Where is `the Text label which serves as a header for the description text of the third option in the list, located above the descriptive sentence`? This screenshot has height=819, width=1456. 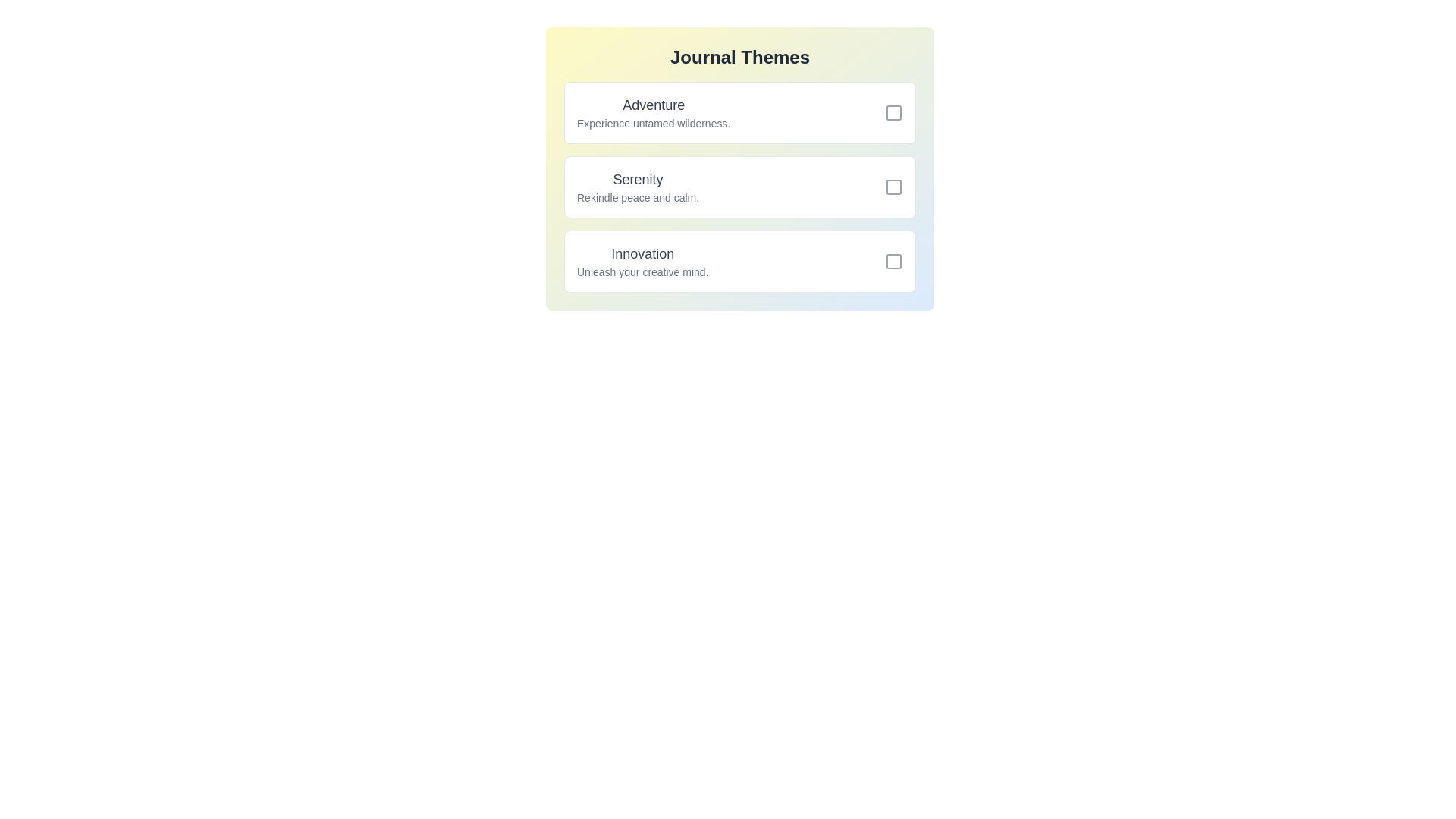
the Text label which serves as a header for the description text of the third option in the list, located above the descriptive sentence is located at coordinates (642, 253).